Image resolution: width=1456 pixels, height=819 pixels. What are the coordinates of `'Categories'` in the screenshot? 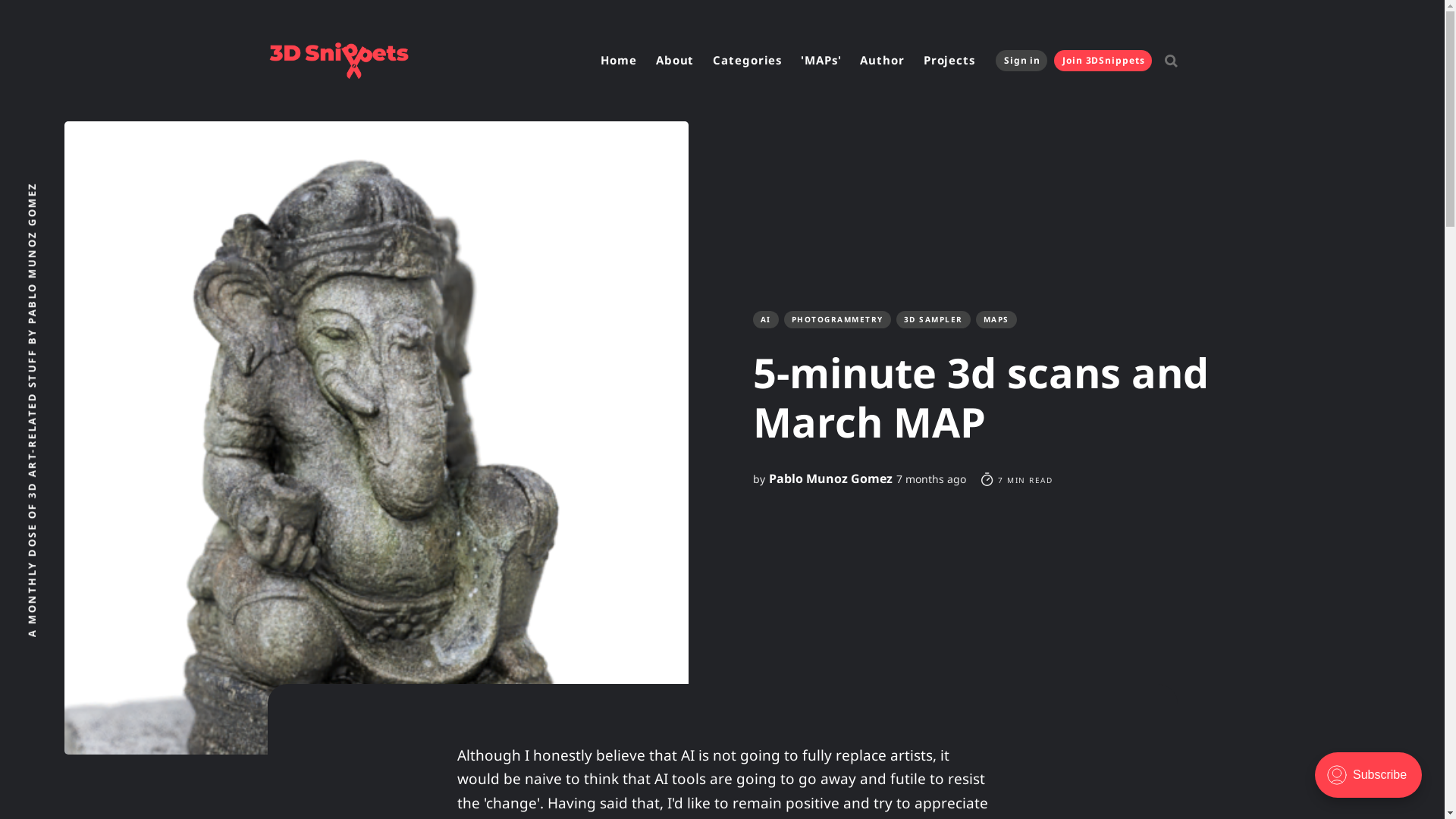 It's located at (747, 60).